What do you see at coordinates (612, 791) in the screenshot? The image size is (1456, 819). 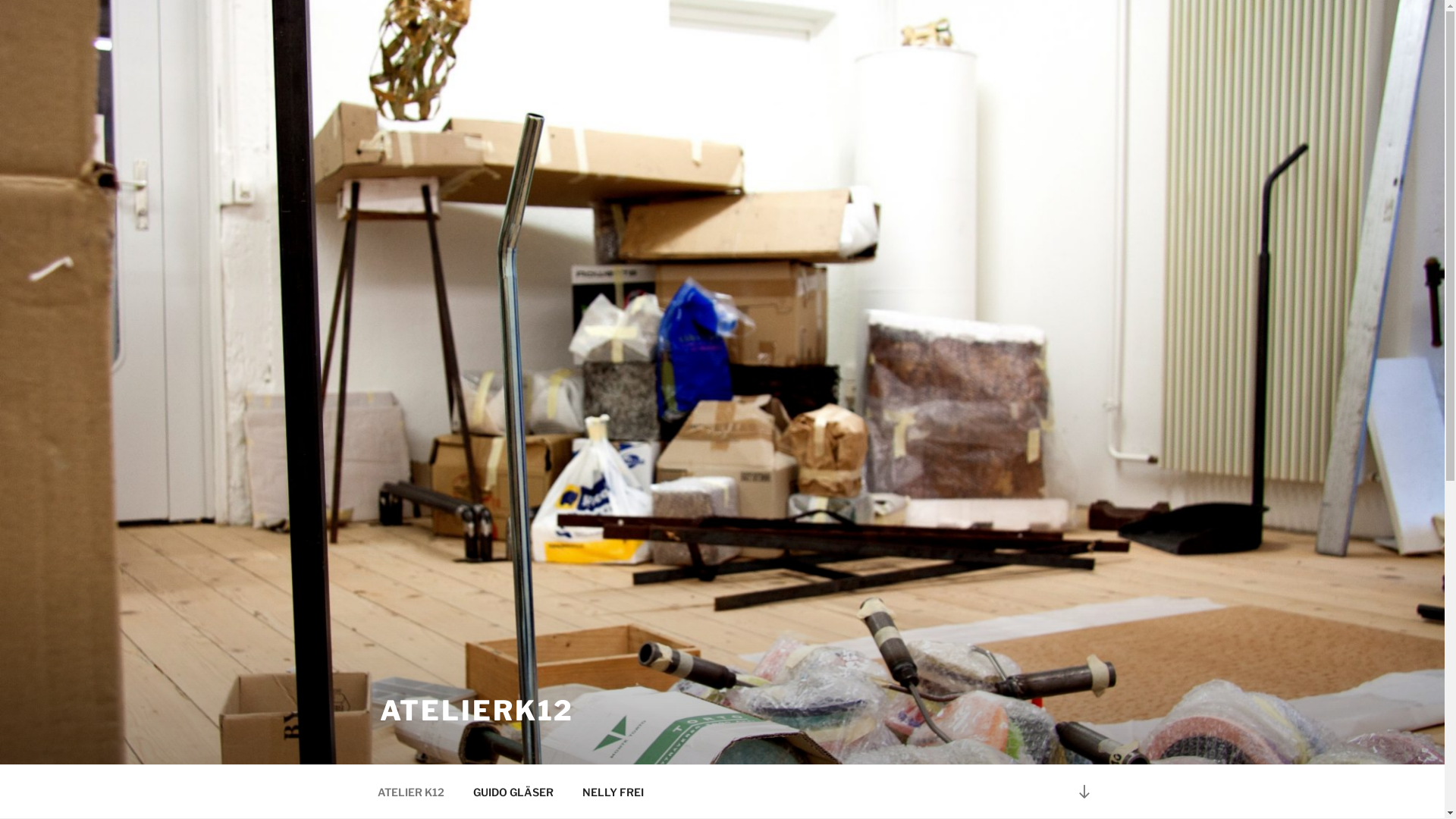 I see `'NELLY FREI'` at bounding box center [612, 791].